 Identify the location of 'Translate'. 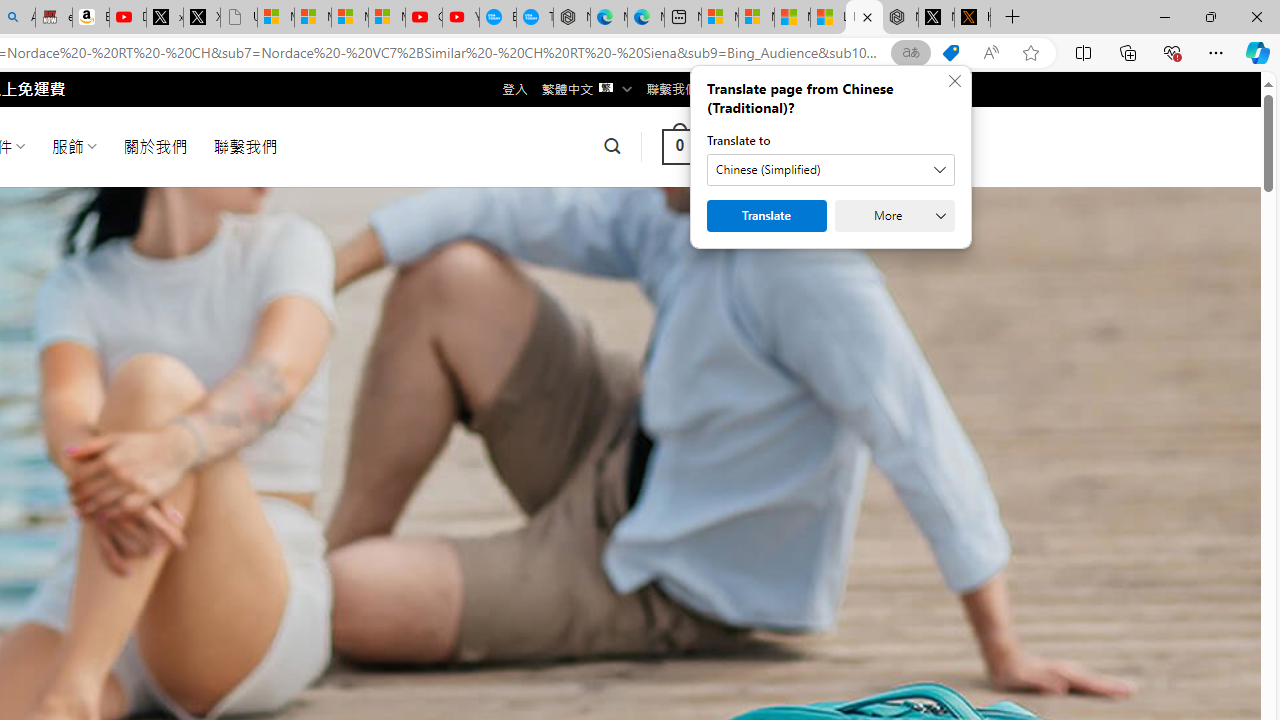
(765, 216).